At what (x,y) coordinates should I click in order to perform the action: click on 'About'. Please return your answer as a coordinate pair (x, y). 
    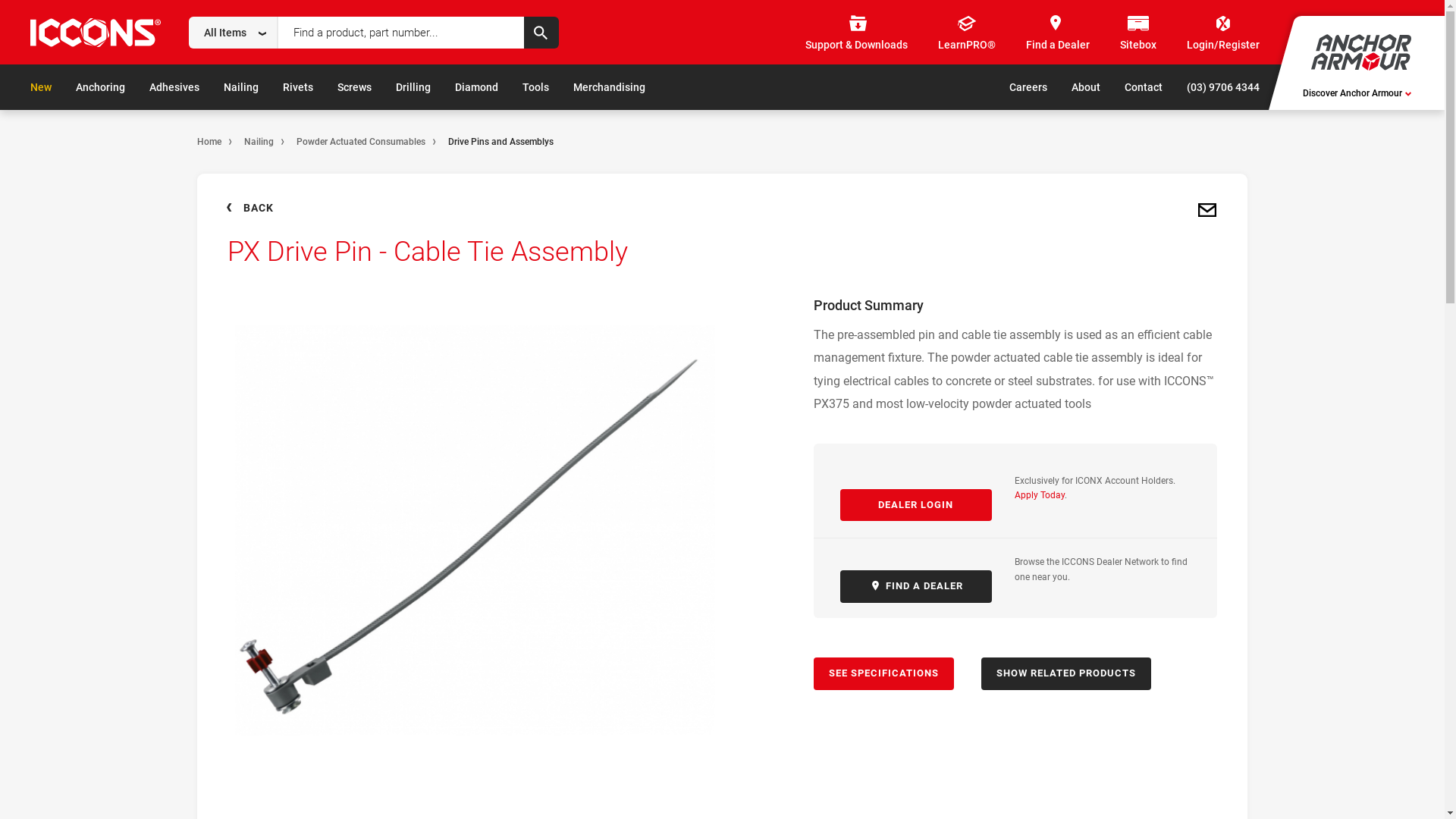
    Looking at the image, I should click on (1084, 87).